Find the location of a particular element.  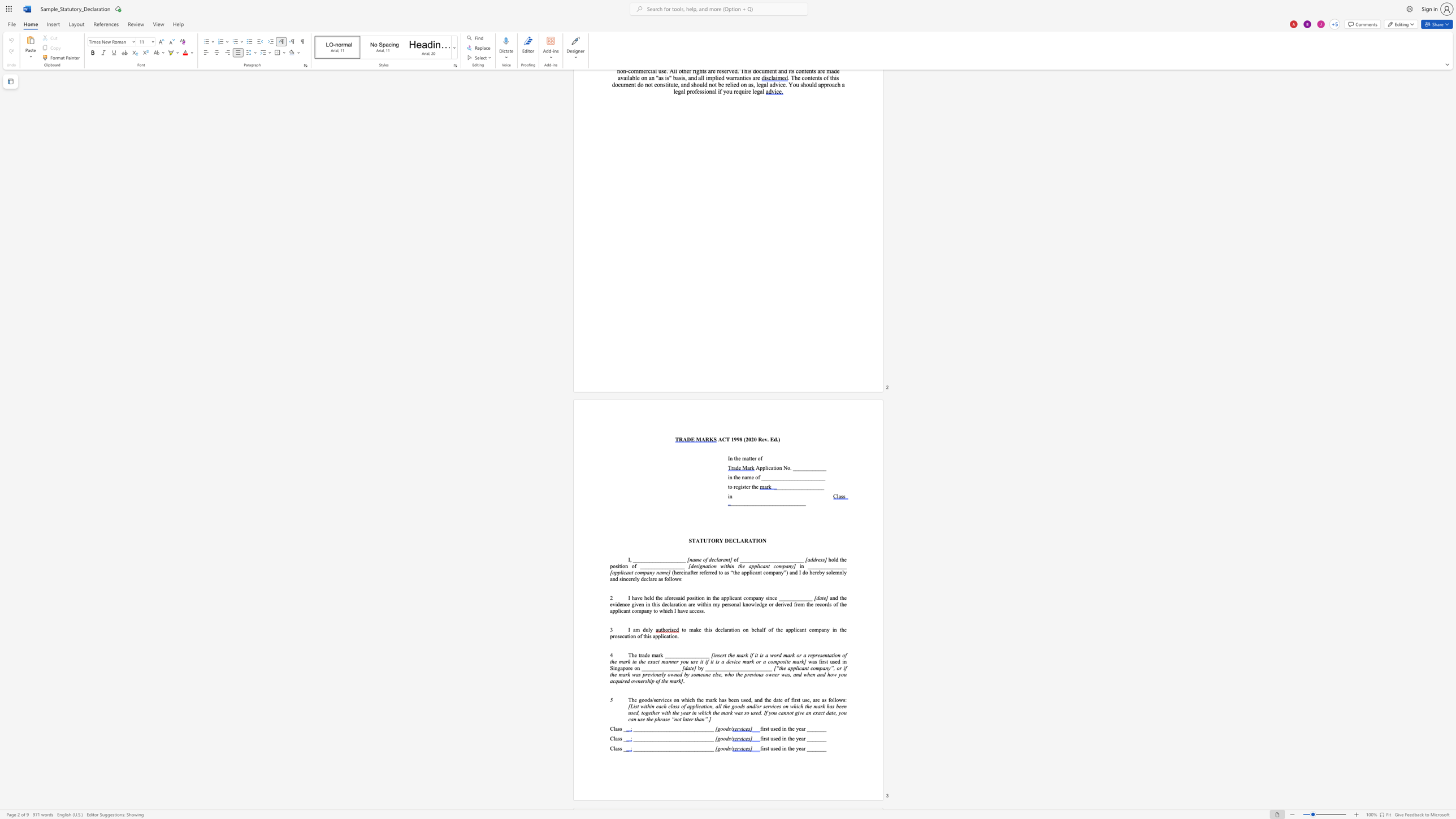

the 4th character "h" in the text is located at coordinates (699, 699).